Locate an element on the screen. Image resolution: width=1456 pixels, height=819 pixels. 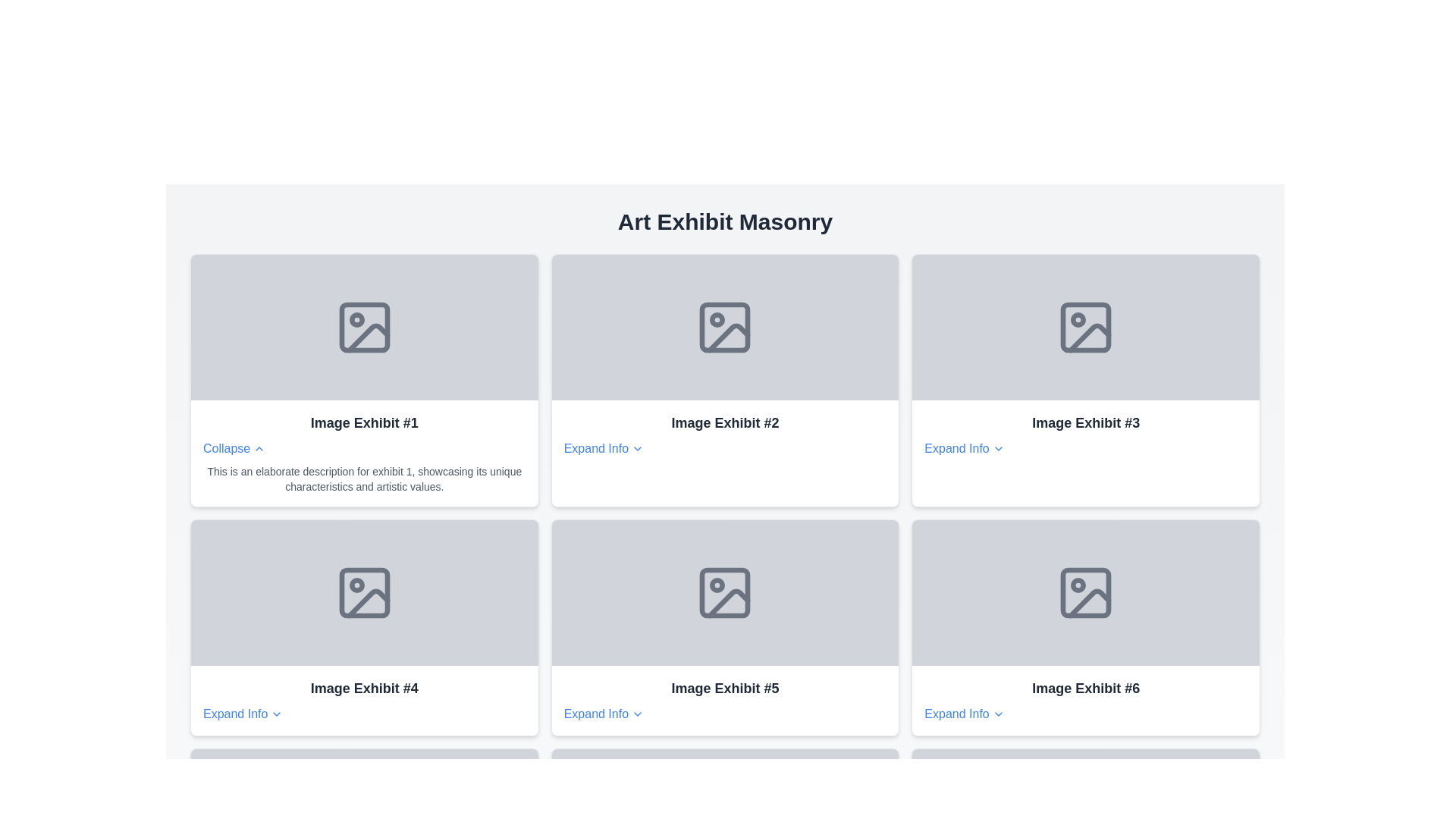
the decorative graphic element located in the lower-right corner of the 'Image Exhibit #5' card in the second row and middle column of the grid is located at coordinates (729, 602).